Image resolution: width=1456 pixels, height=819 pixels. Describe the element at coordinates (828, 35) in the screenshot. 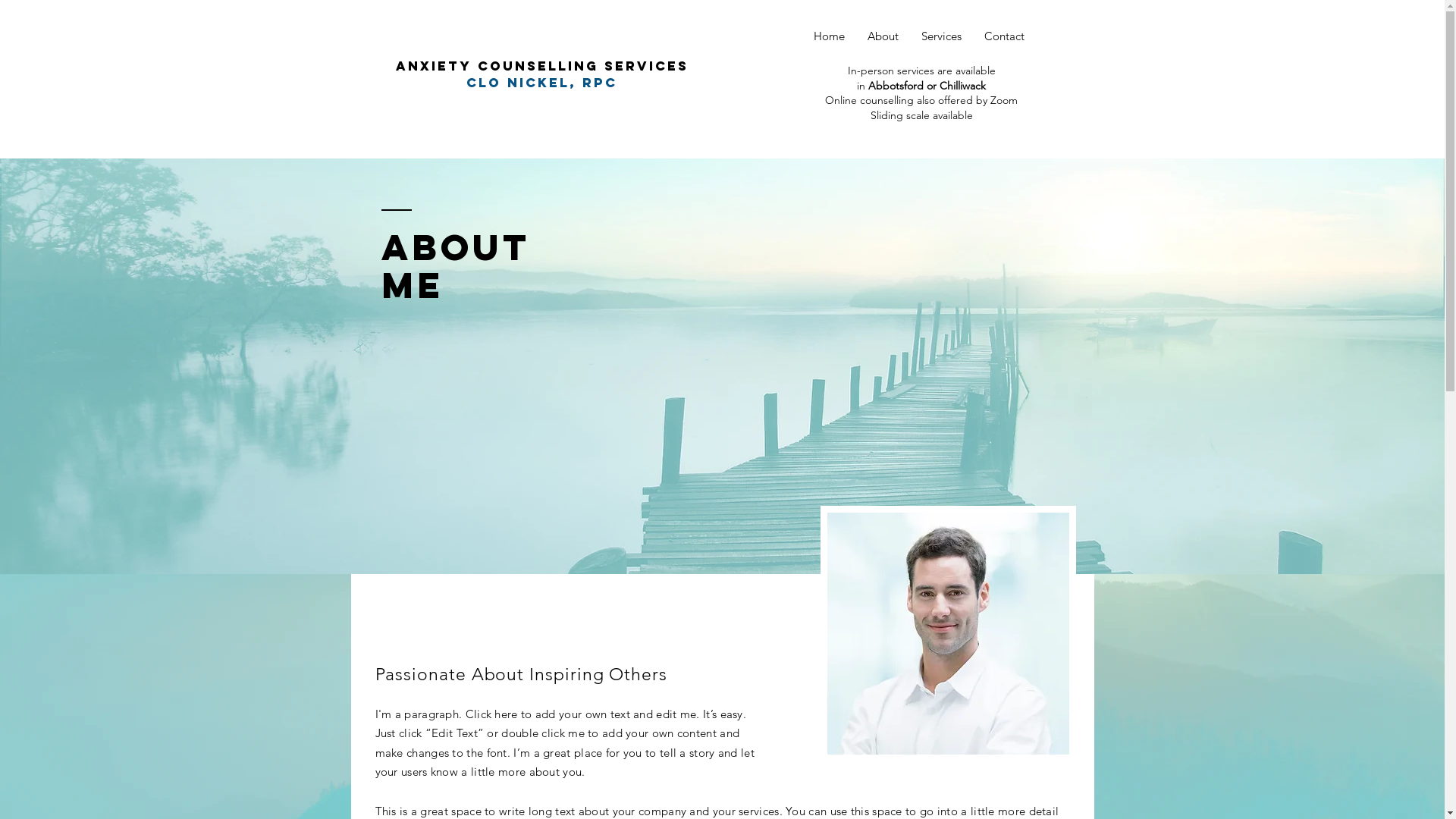

I see `'Home'` at that location.